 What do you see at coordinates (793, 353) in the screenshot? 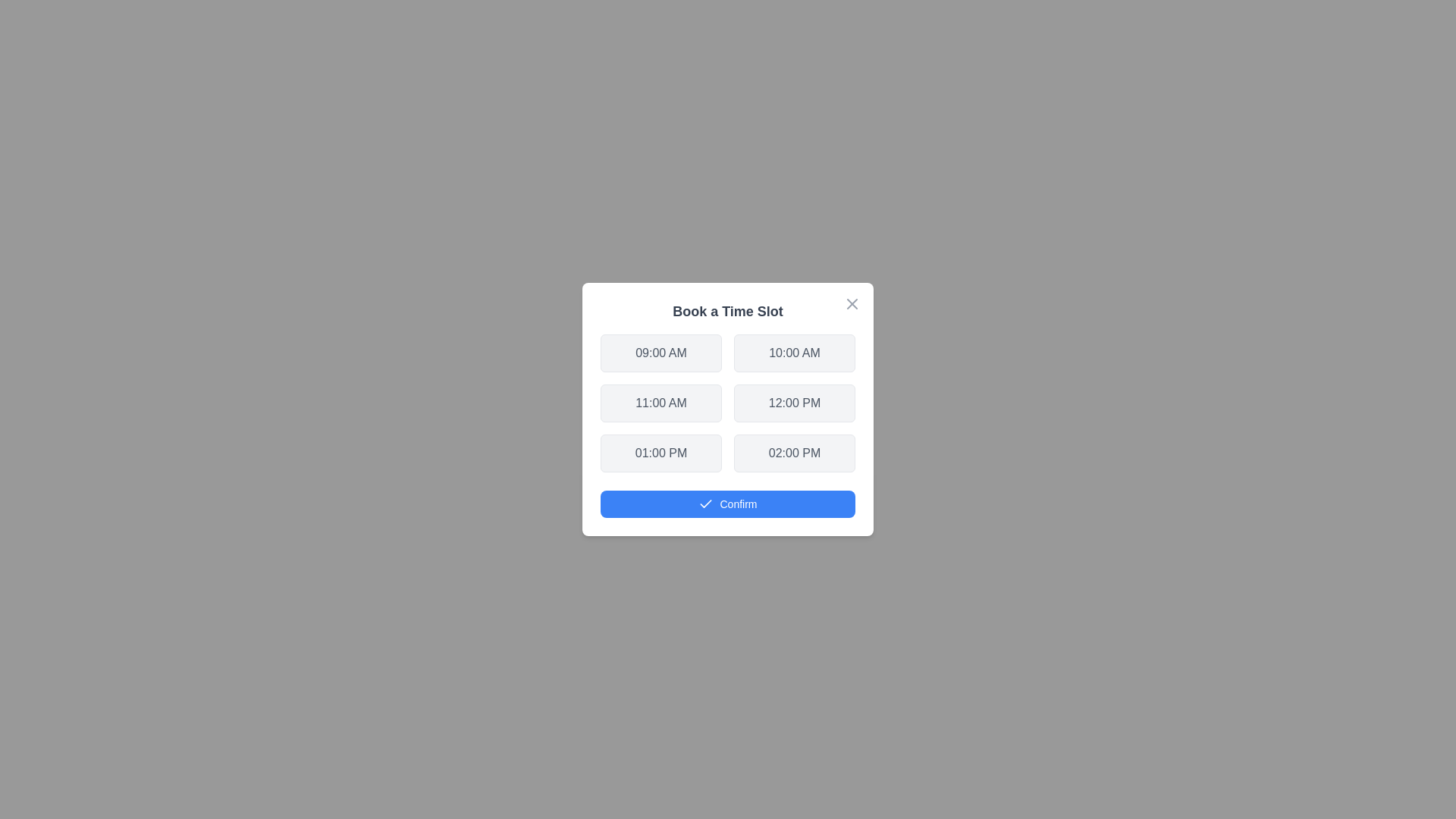
I see `the time slot 10:00 AM by clicking on its button` at bounding box center [793, 353].